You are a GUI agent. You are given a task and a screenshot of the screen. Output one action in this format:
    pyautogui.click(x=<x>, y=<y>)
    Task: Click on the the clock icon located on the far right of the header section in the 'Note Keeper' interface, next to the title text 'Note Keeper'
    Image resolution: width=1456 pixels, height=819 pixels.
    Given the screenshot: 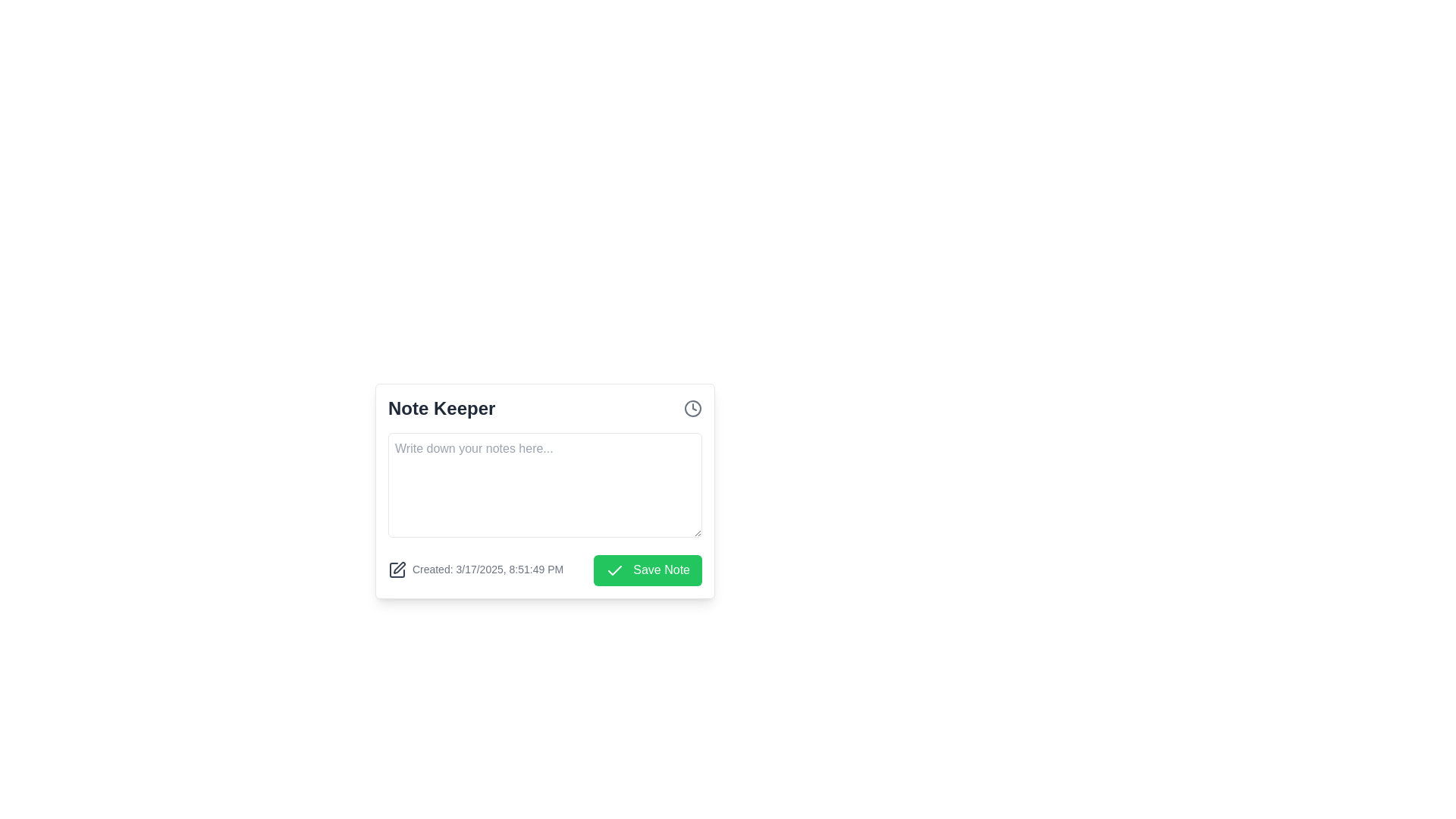 What is the action you would take?
    pyautogui.click(x=692, y=408)
    